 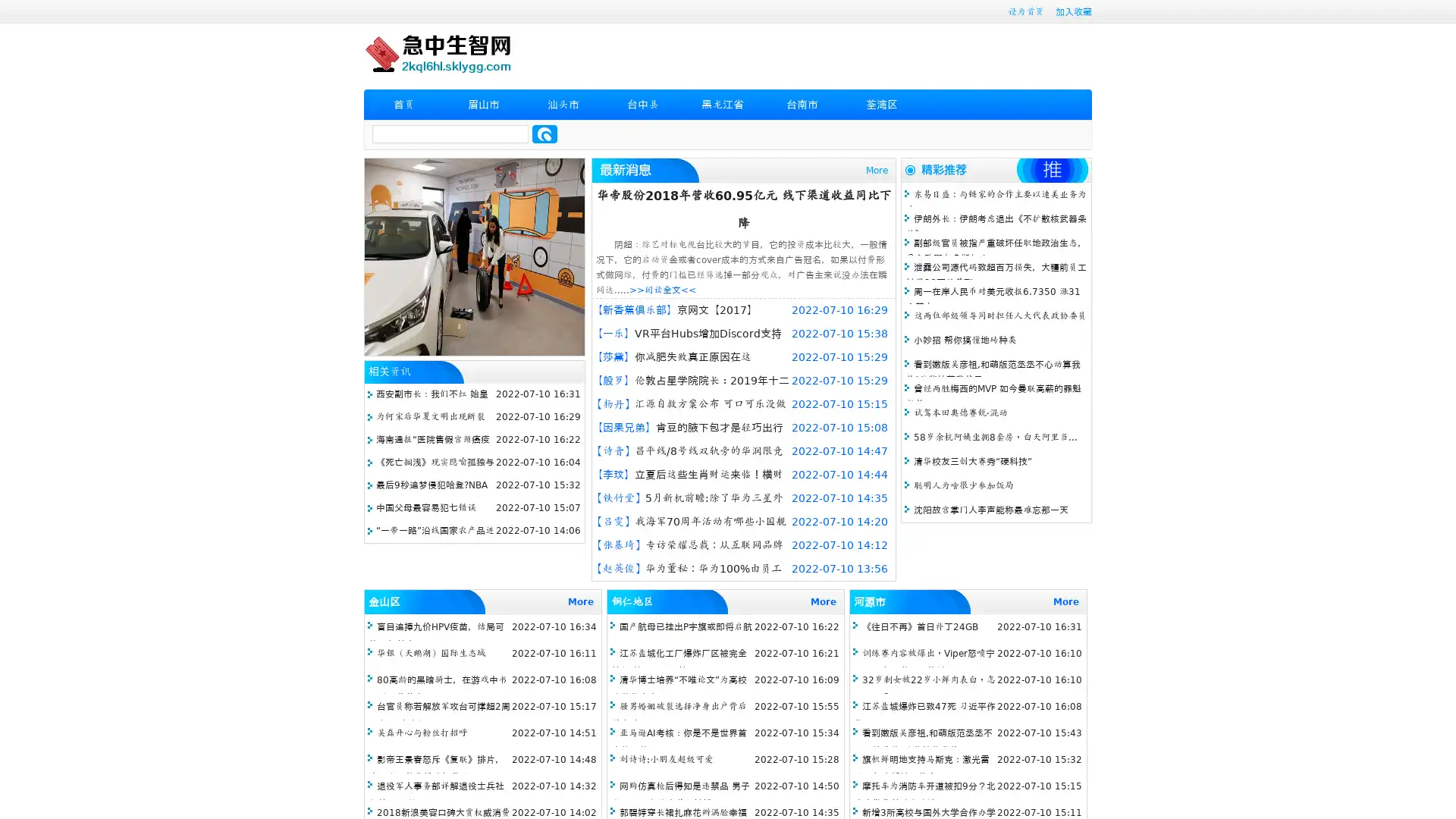 What do you see at coordinates (544, 133) in the screenshot?
I see `Search` at bounding box center [544, 133].